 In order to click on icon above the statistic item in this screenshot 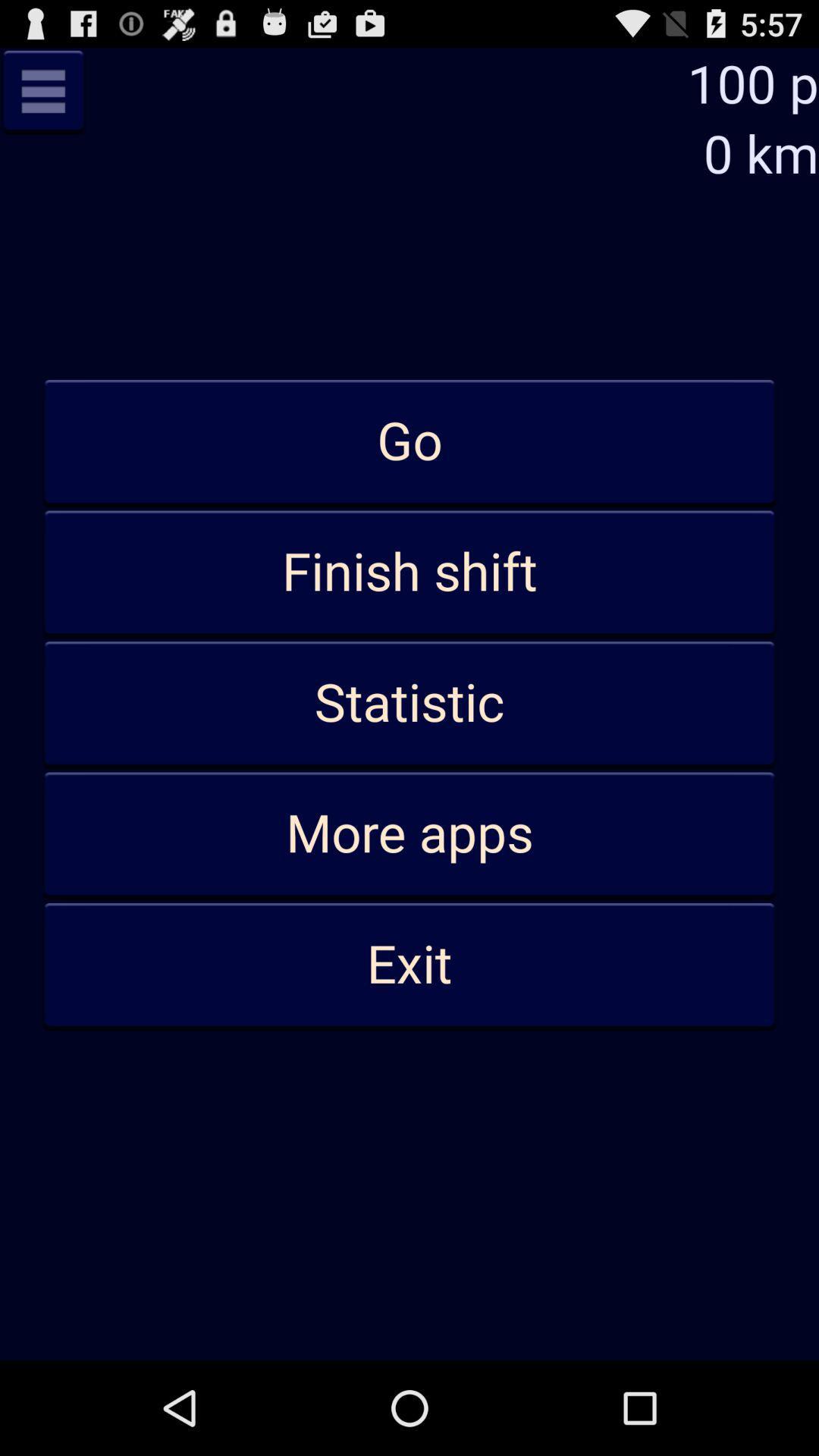, I will do `click(409, 573)`.